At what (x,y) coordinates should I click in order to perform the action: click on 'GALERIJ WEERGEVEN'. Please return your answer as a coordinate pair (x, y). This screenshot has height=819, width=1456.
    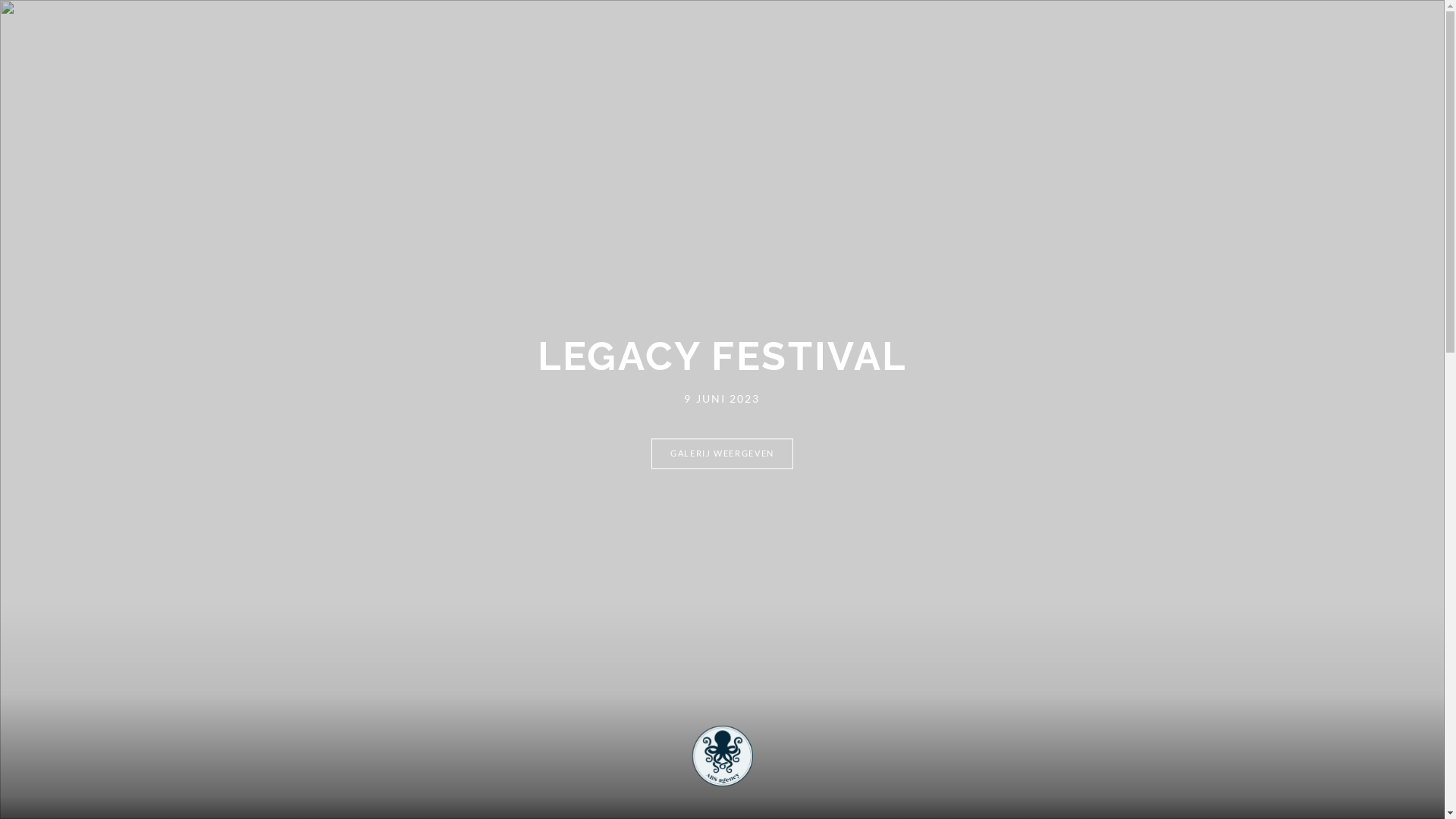
    Looking at the image, I should click on (721, 453).